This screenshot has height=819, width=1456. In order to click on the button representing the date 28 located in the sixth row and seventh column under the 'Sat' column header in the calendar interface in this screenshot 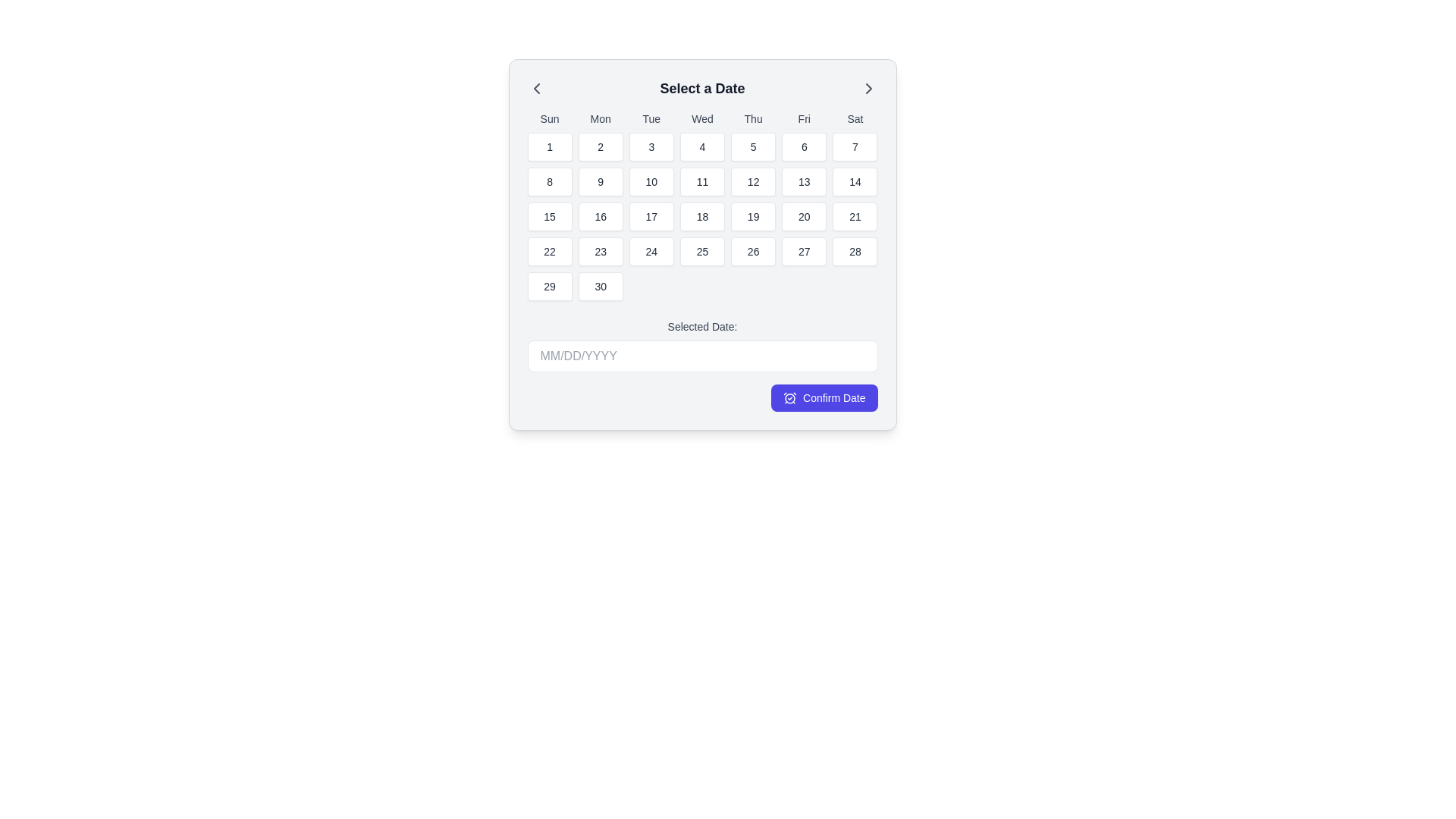, I will do `click(855, 250)`.